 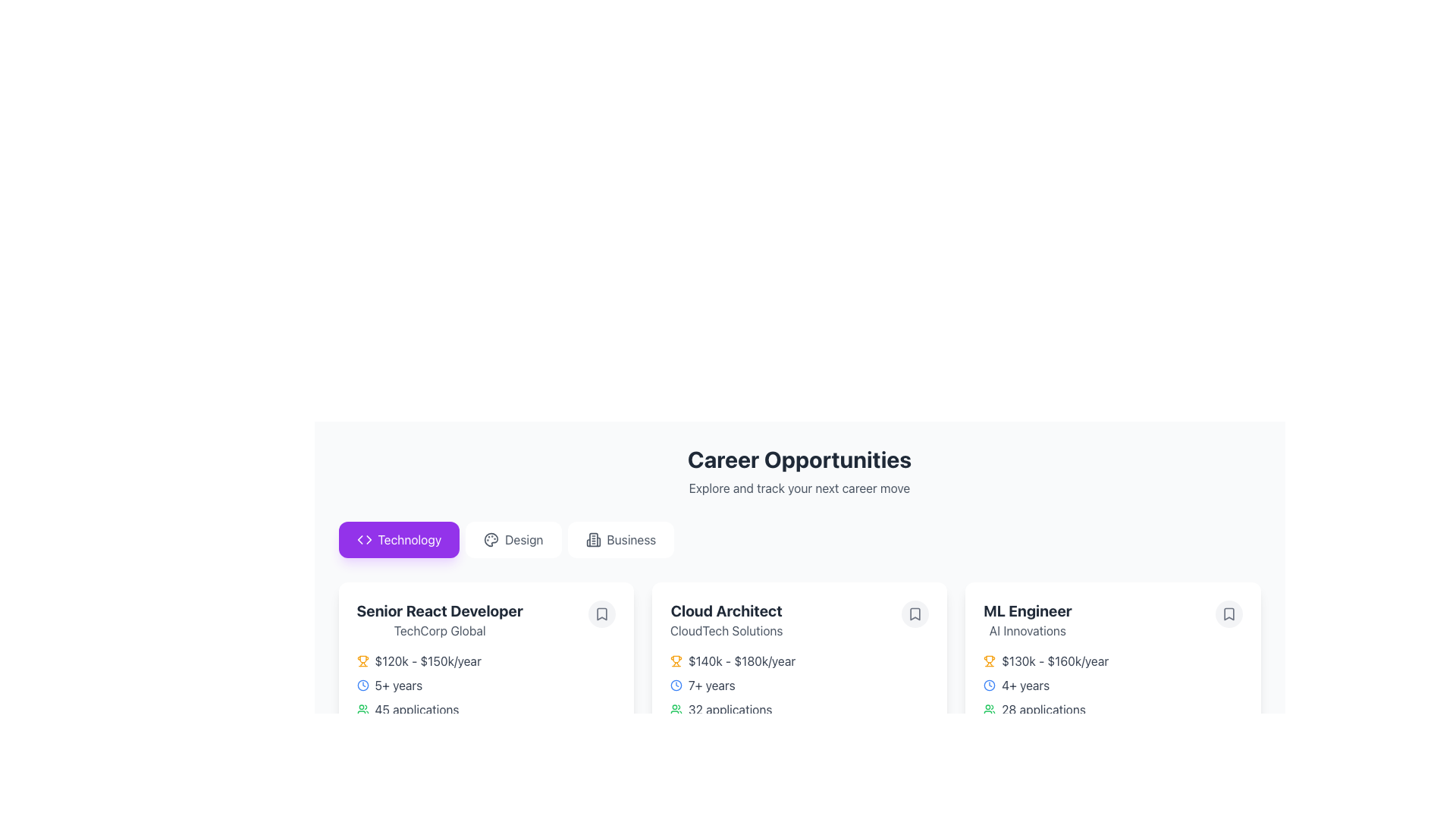 I want to click on the small blue clock icon located to the left of the '7+ years' text in the 'Cloud Architect' job card, so click(x=675, y=685).